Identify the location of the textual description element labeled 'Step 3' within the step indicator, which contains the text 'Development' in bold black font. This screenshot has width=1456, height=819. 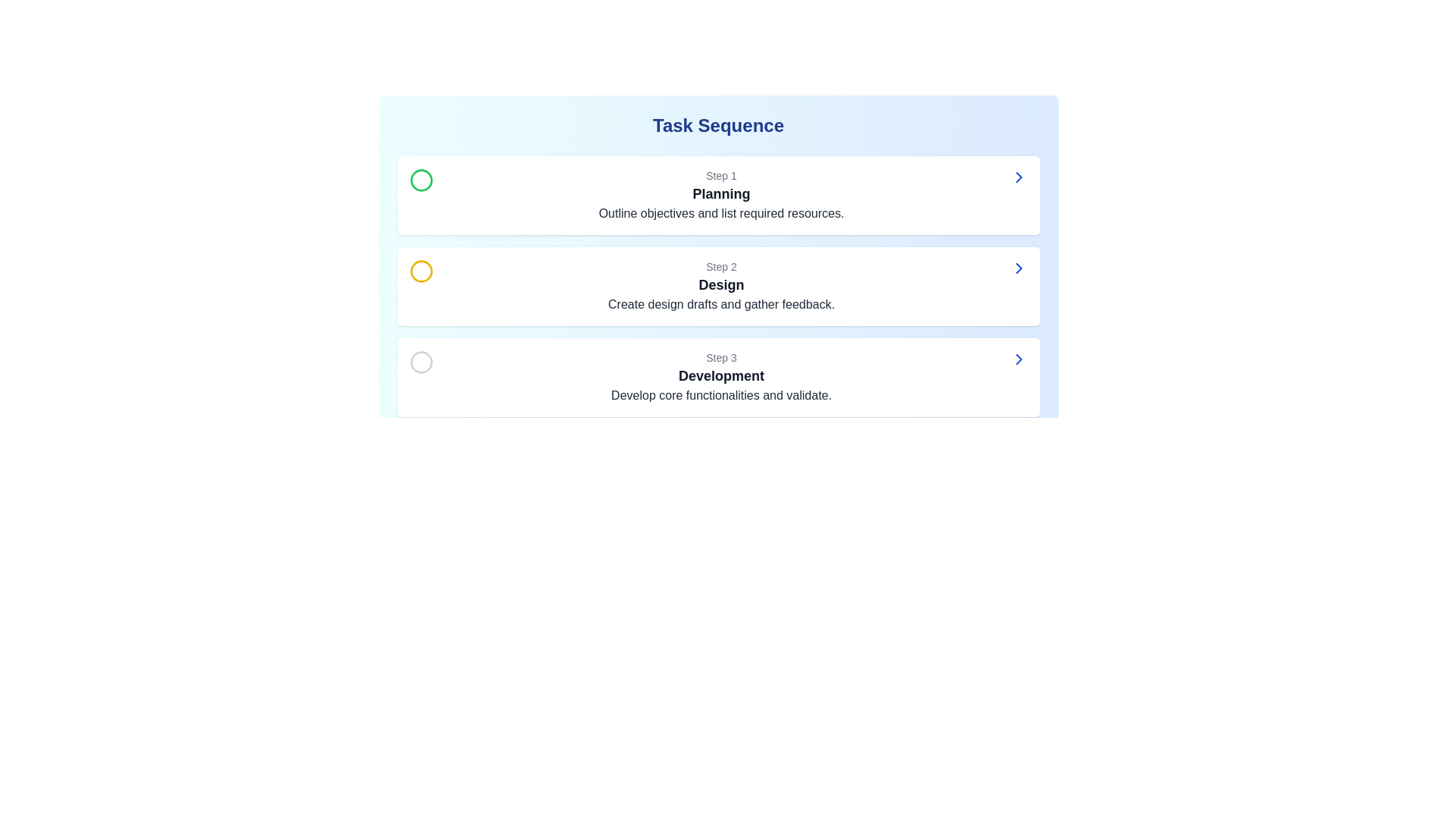
(720, 376).